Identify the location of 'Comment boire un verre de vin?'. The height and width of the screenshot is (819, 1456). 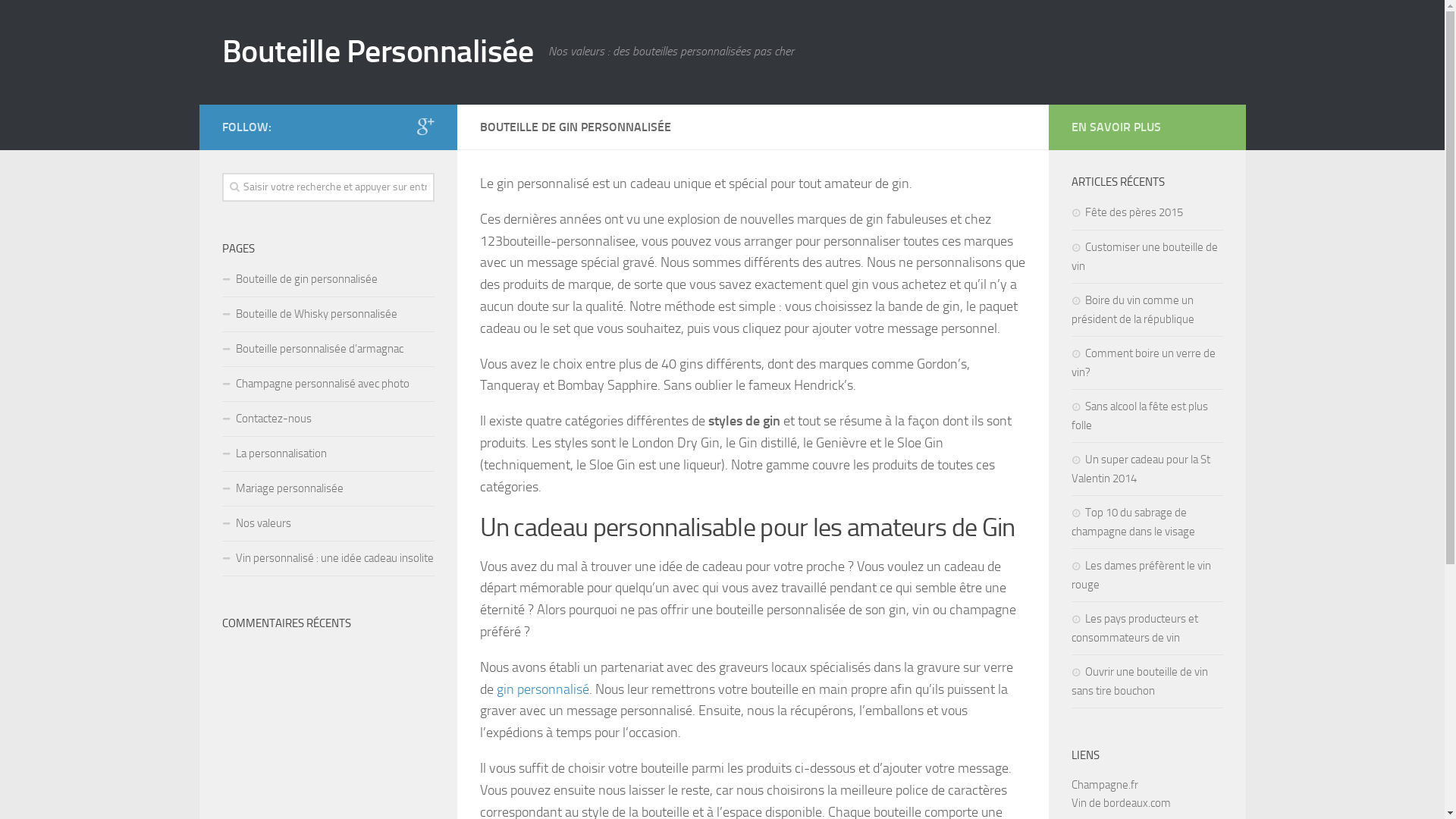
(1069, 362).